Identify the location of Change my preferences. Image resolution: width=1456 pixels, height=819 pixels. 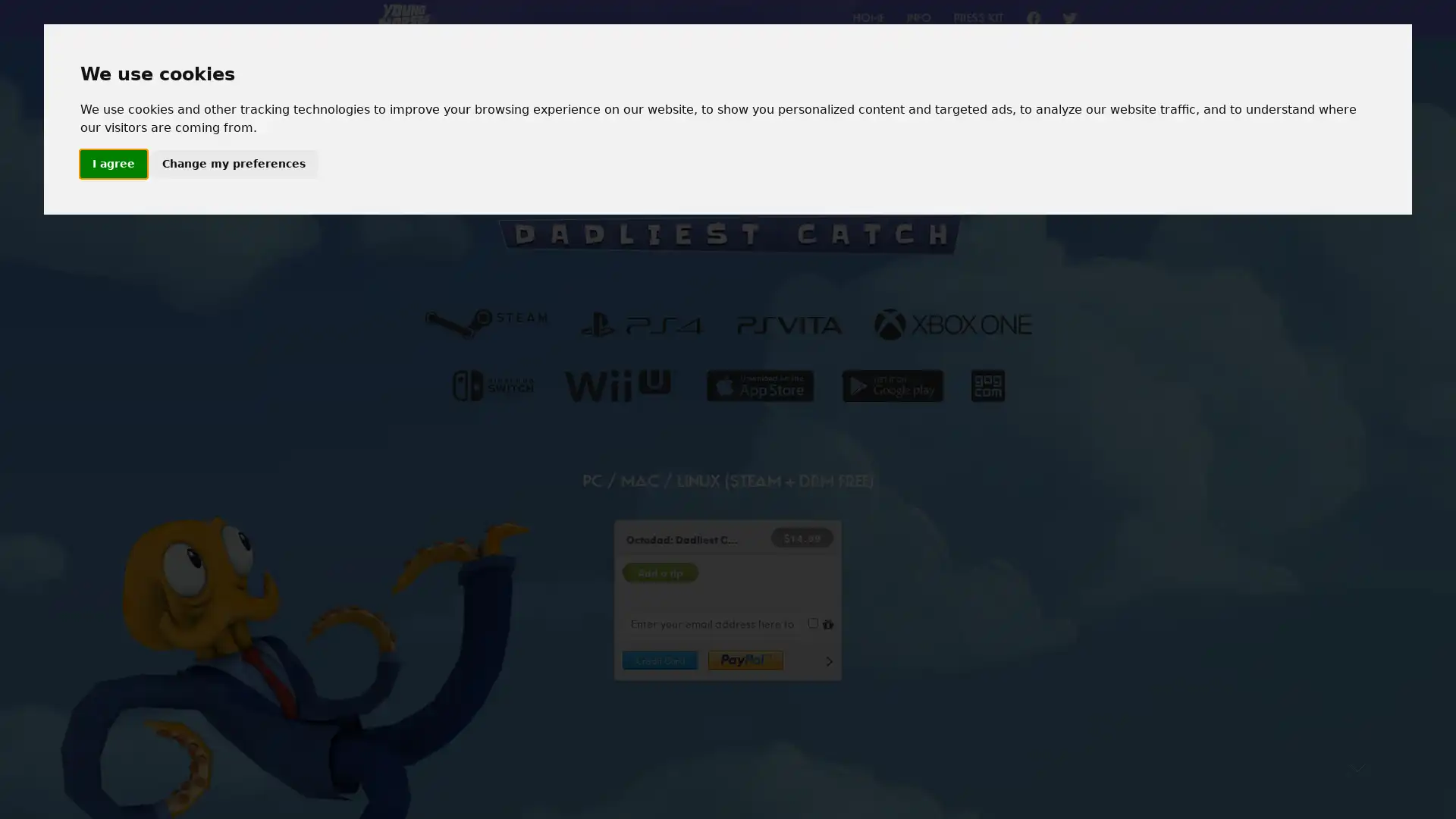
(232, 164).